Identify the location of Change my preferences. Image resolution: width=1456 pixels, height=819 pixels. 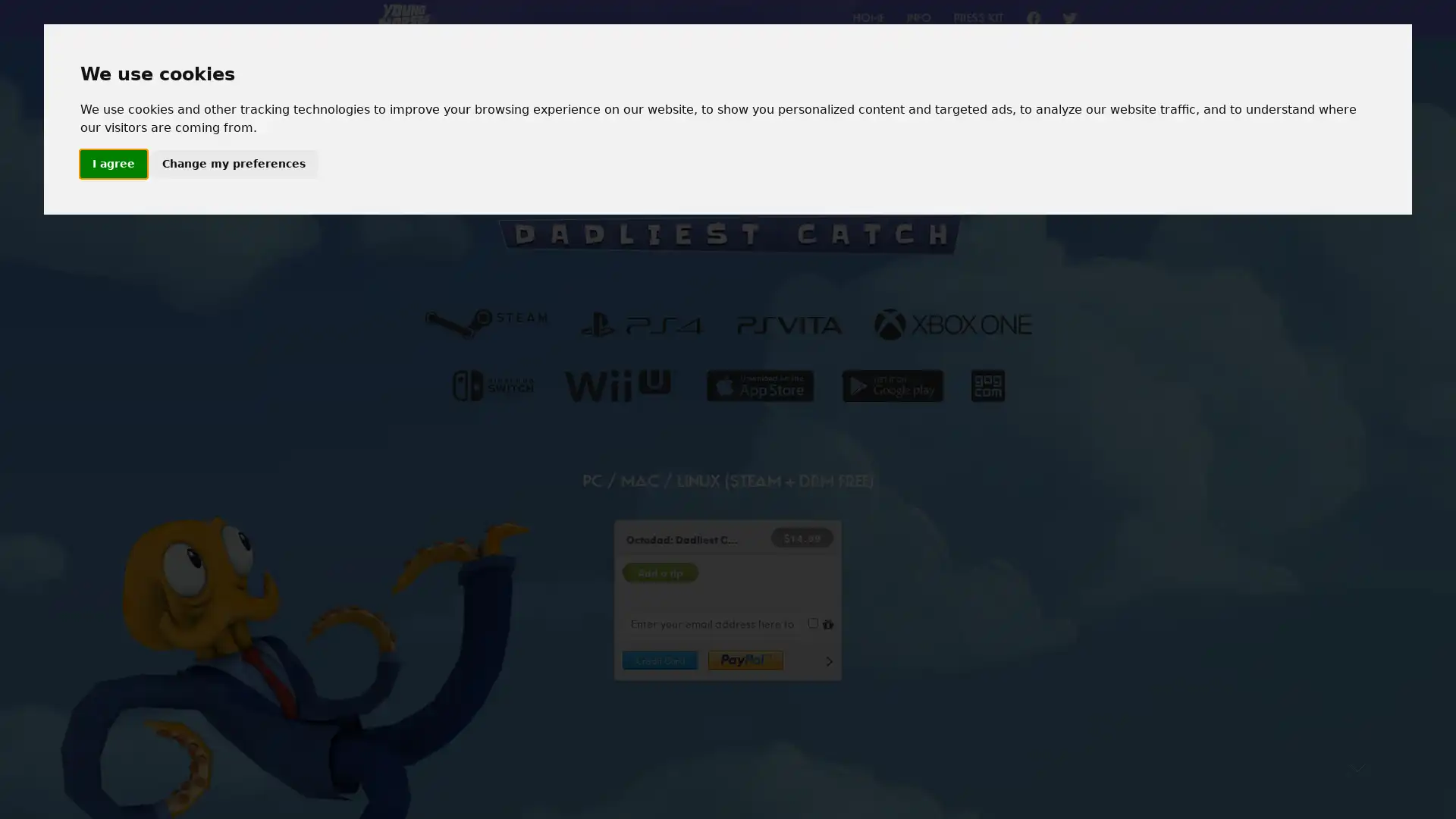
(232, 164).